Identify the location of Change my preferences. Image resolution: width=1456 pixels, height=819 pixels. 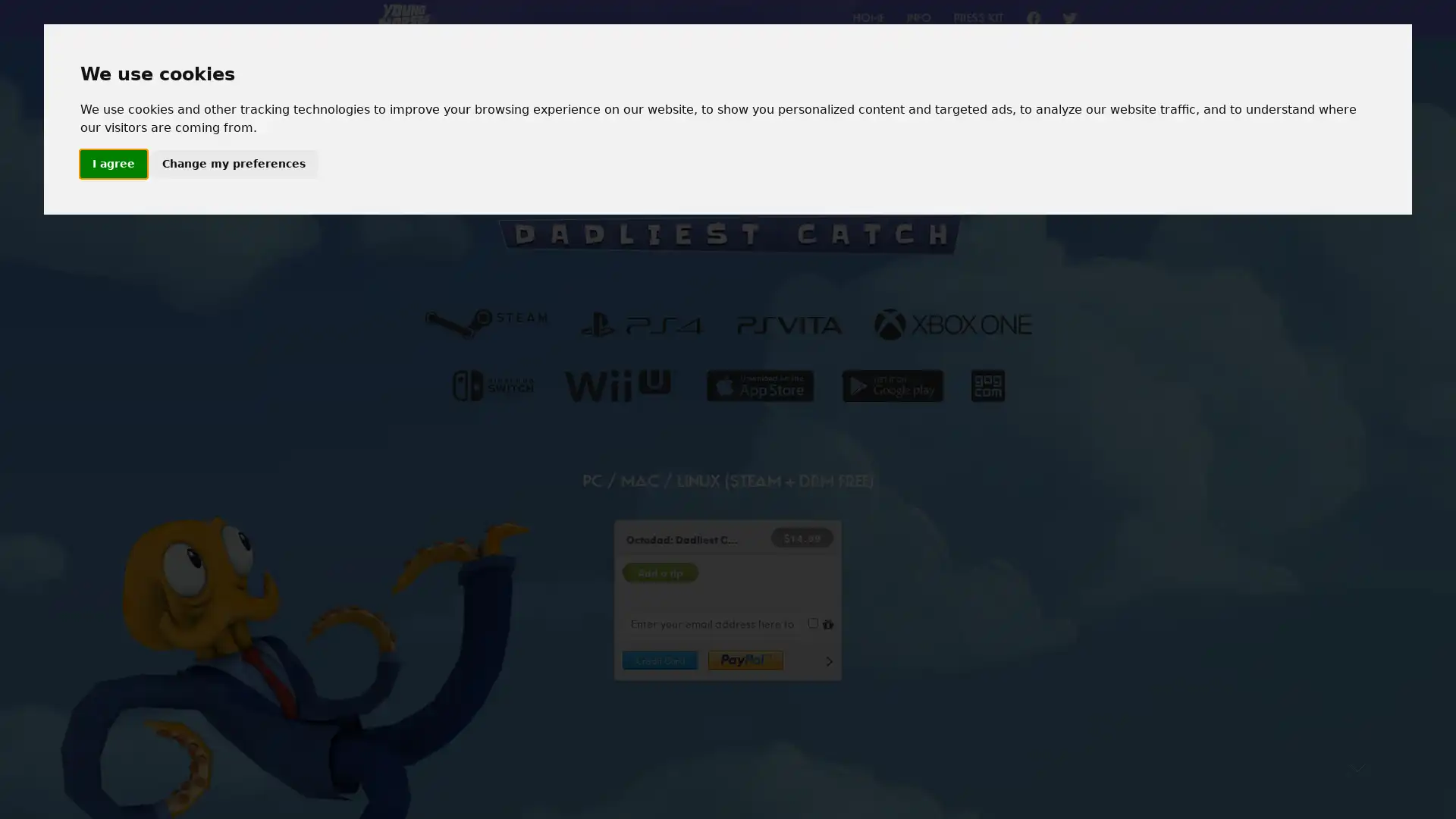
(232, 164).